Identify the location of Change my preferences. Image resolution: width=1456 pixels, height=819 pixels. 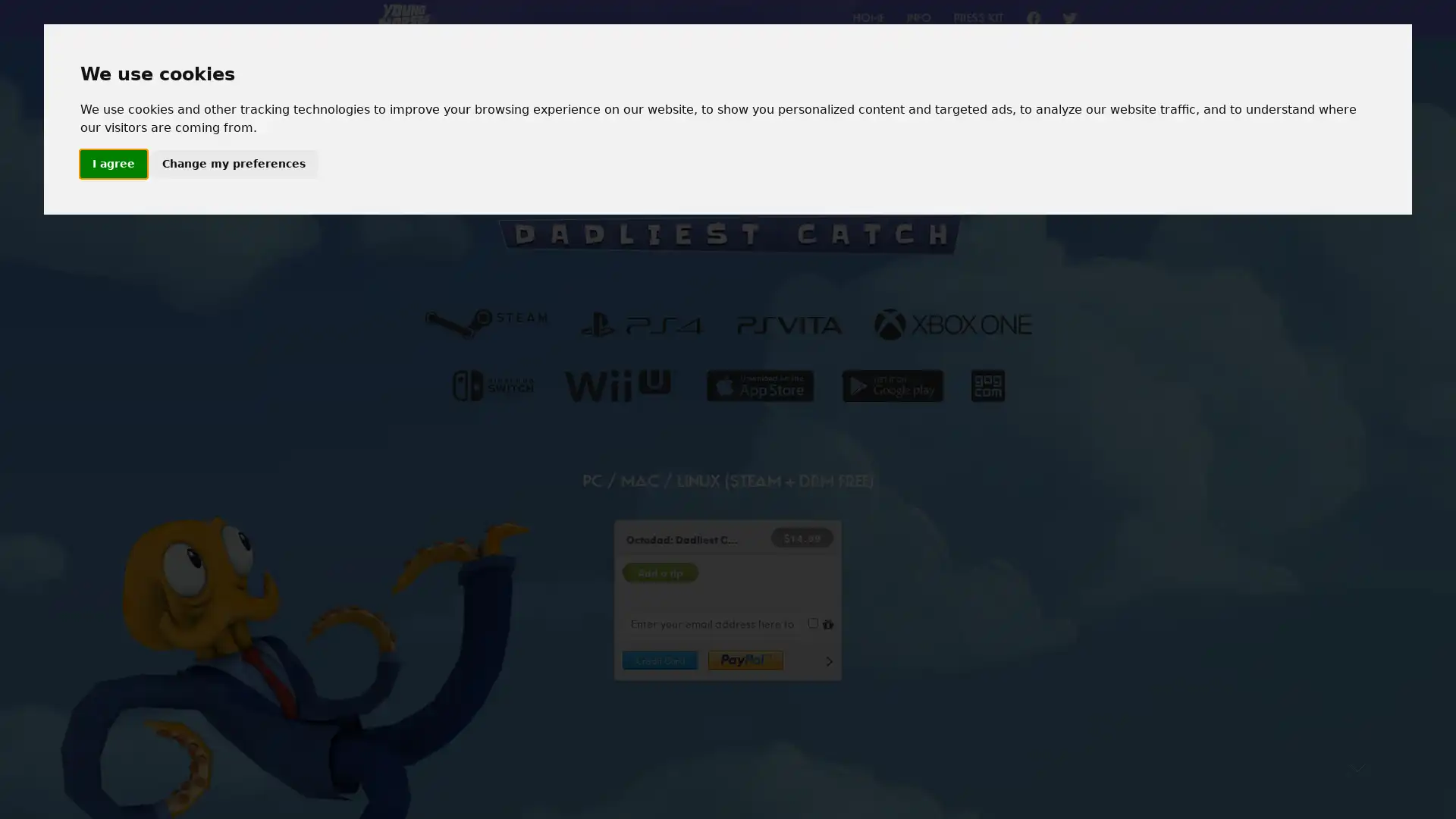
(232, 164).